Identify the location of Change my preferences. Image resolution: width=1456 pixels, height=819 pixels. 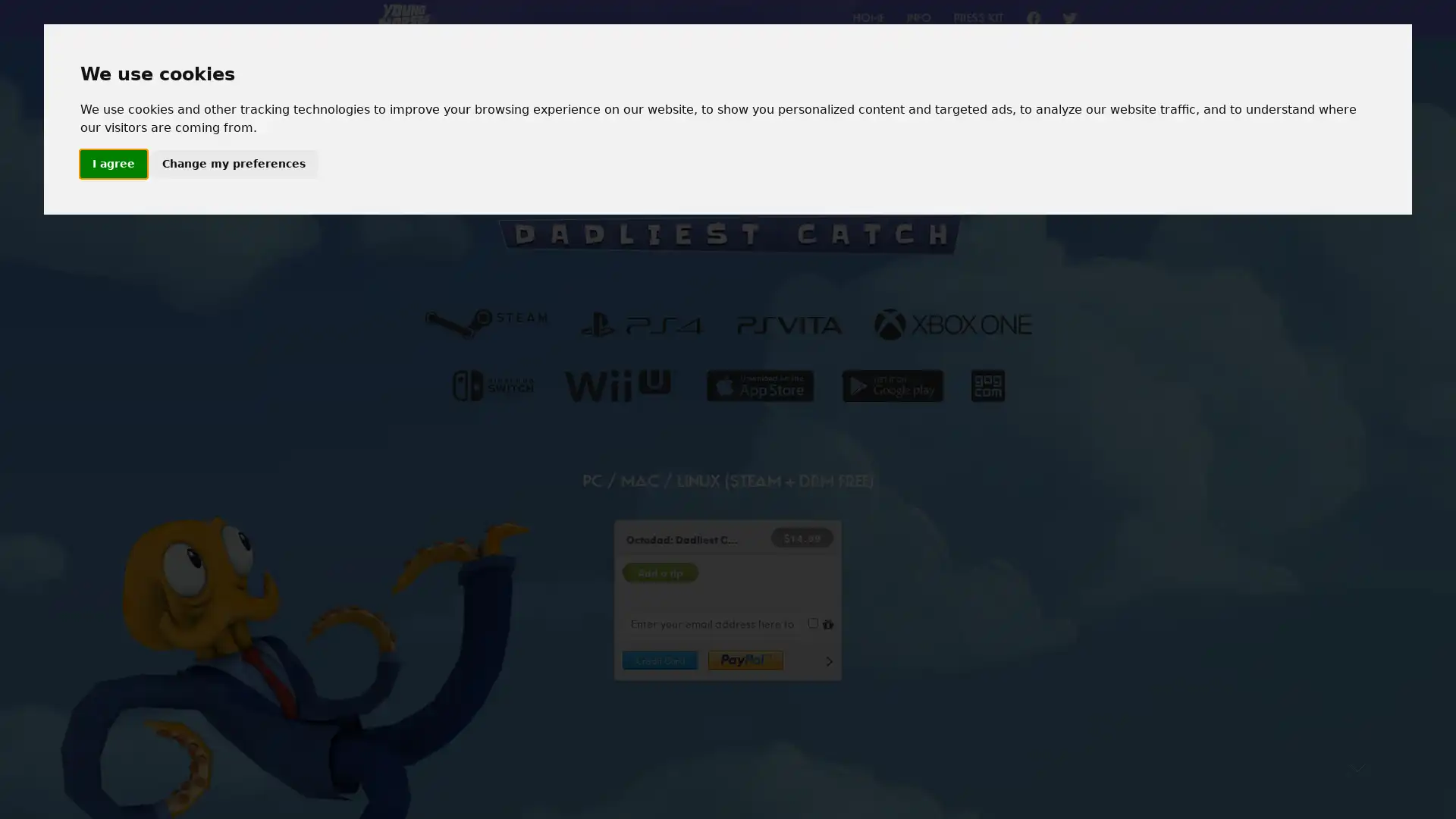
(232, 164).